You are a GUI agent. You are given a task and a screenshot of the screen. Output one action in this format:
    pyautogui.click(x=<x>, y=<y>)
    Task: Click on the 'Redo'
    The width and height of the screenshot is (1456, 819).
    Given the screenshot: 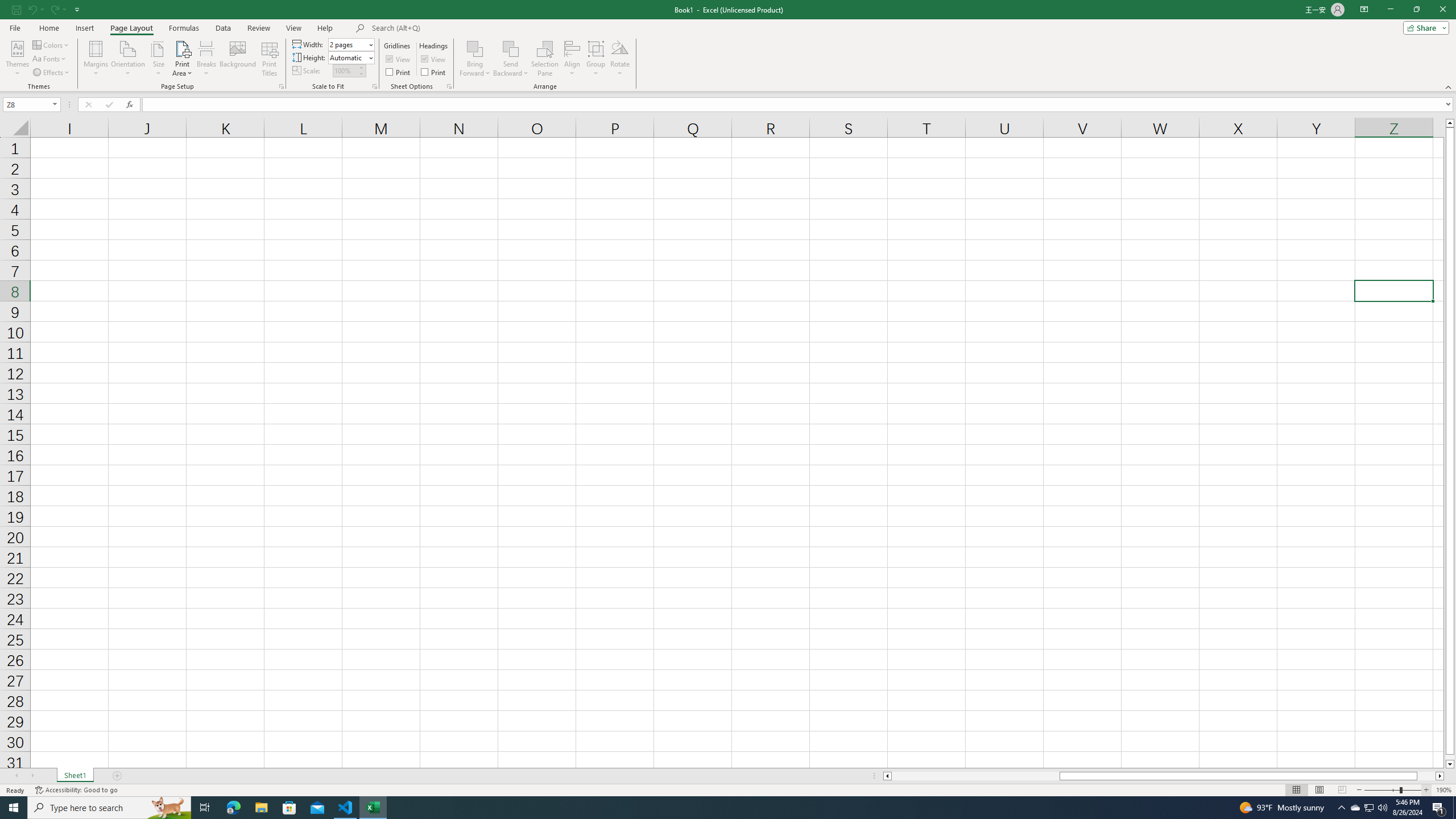 What is the action you would take?
    pyautogui.click(x=53, y=9)
    